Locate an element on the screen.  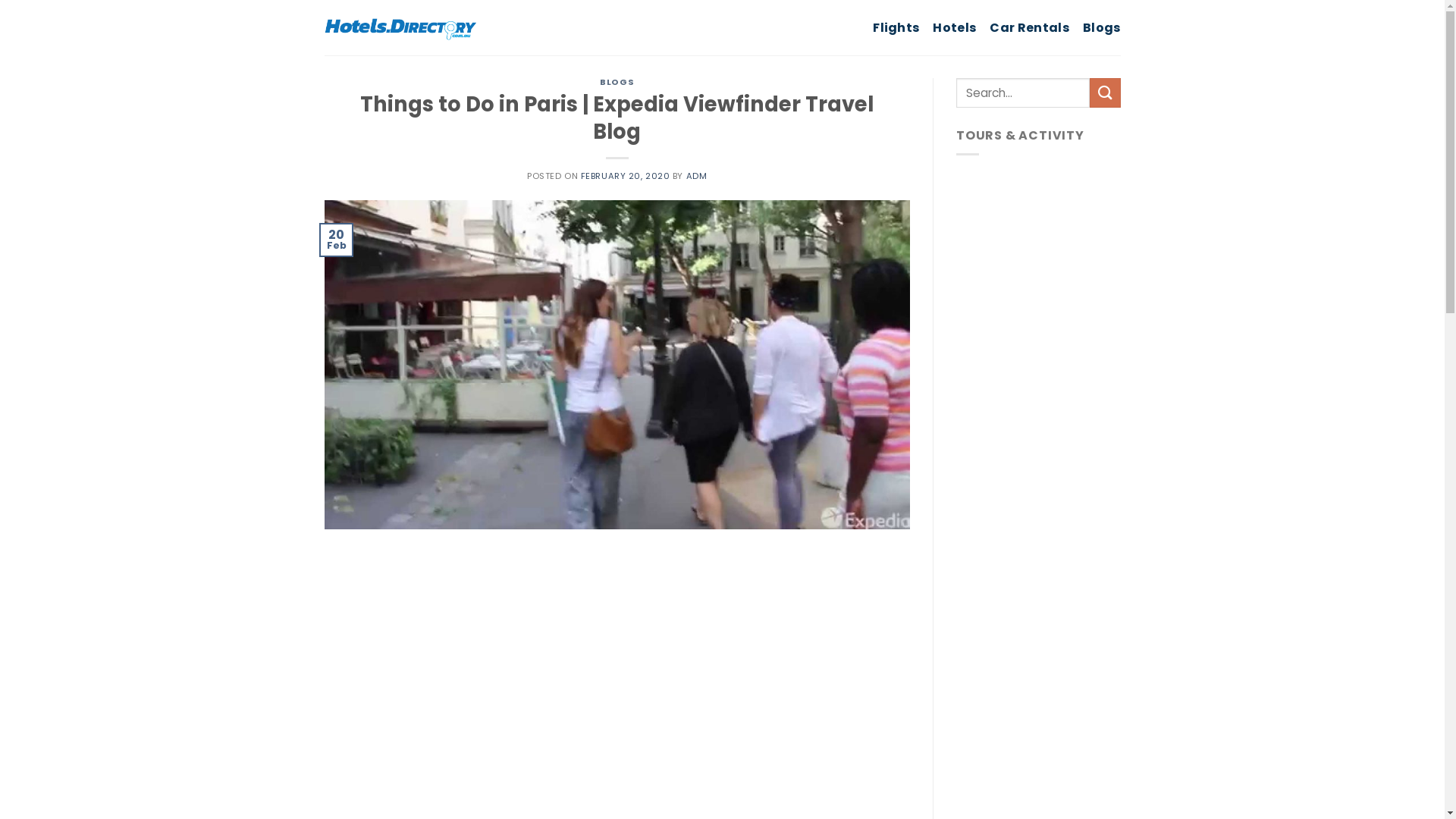
'Flights' is located at coordinates (873, 27).